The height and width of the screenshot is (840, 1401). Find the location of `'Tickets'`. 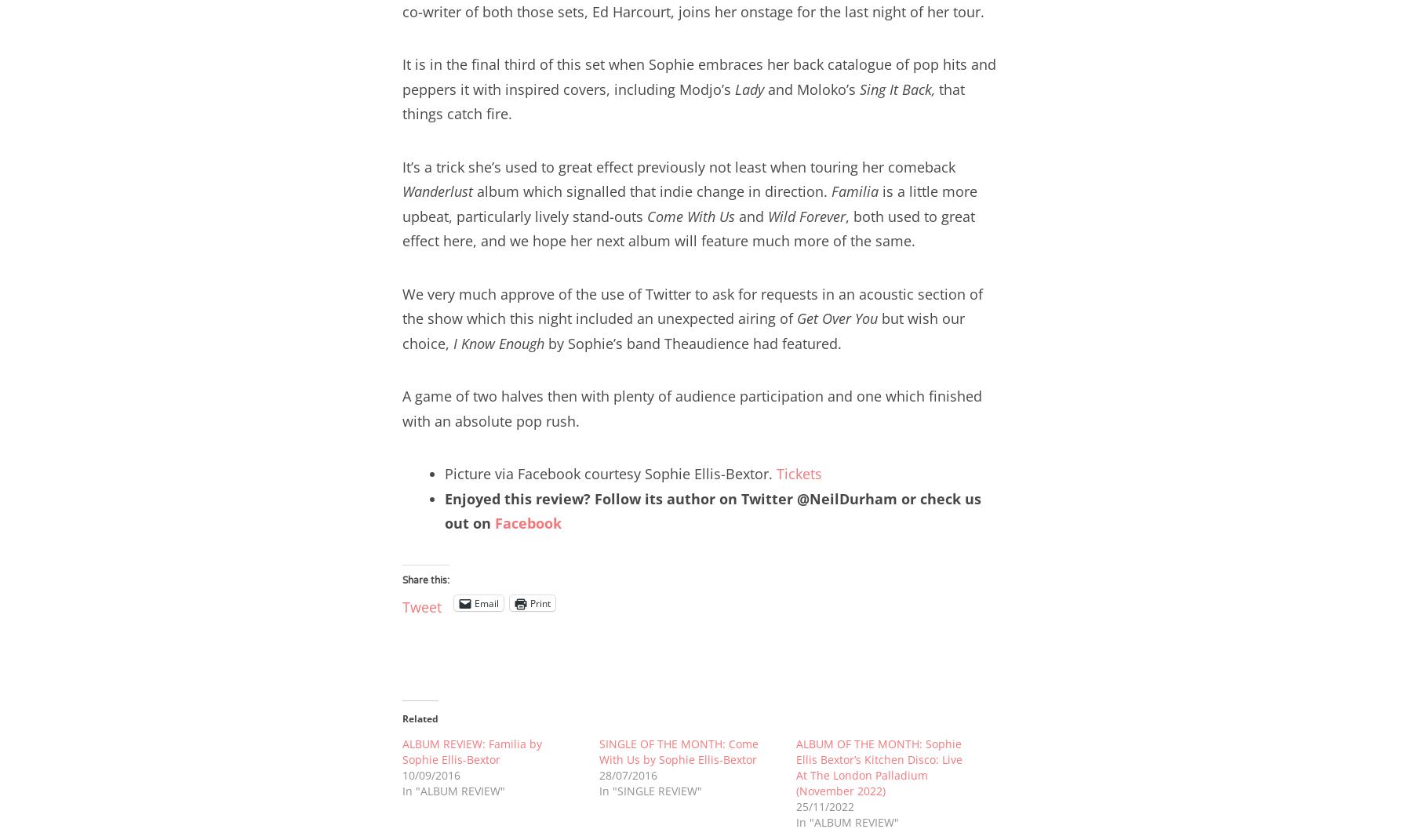

'Tickets' is located at coordinates (776, 474).